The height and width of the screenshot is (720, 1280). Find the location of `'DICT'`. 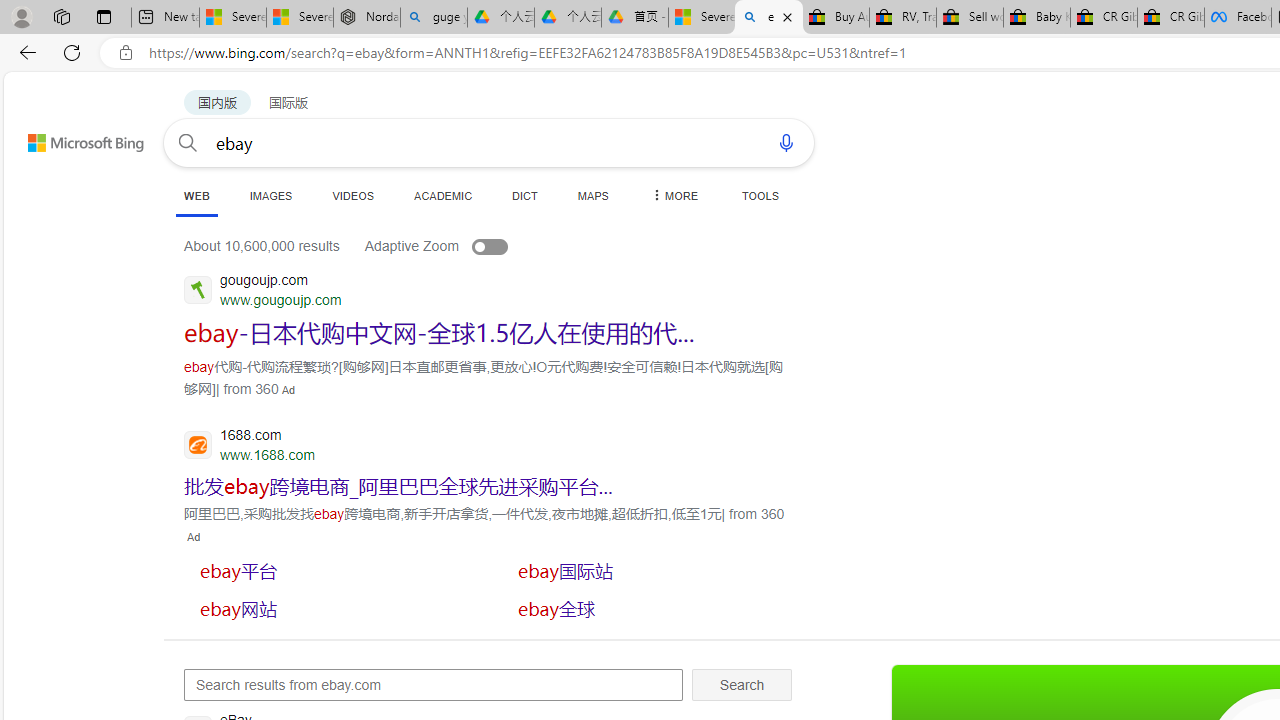

'DICT' is located at coordinates (525, 195).